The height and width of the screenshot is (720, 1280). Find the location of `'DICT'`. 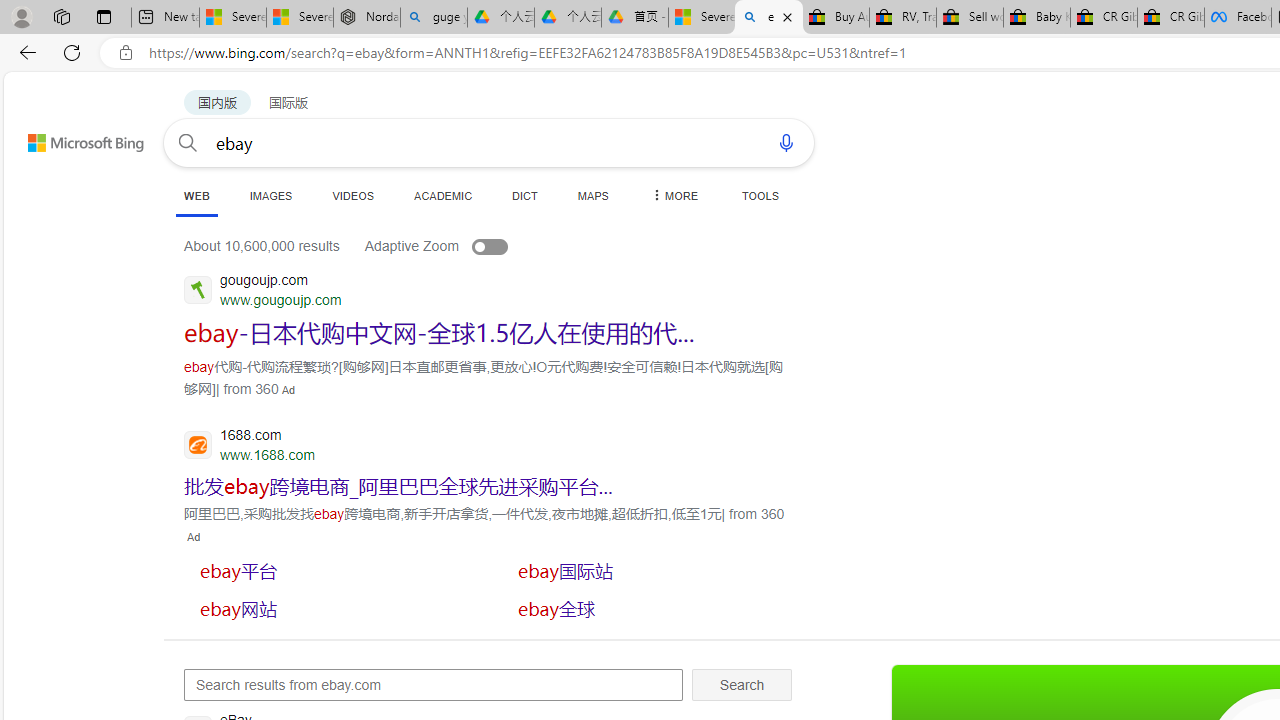

'DICT' is located at coordinates (525, 195).